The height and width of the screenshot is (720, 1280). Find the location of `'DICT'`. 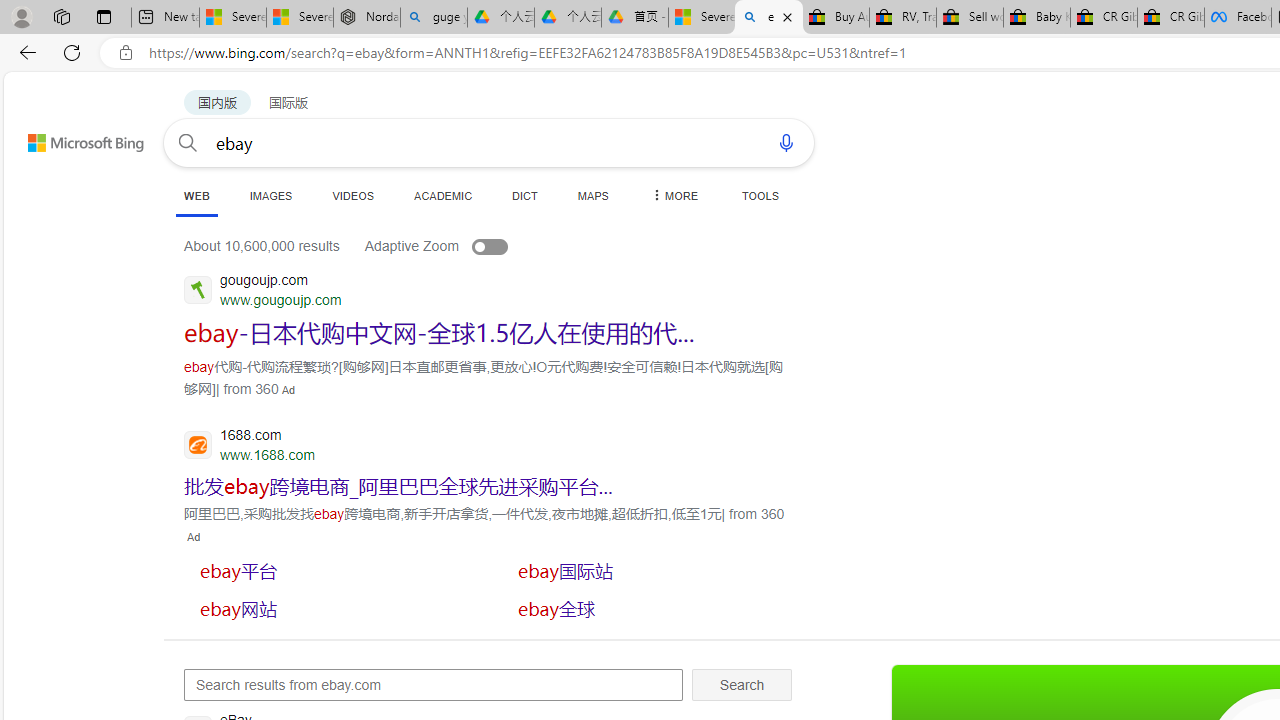

'DICT' is located at coordinates (525, 195).